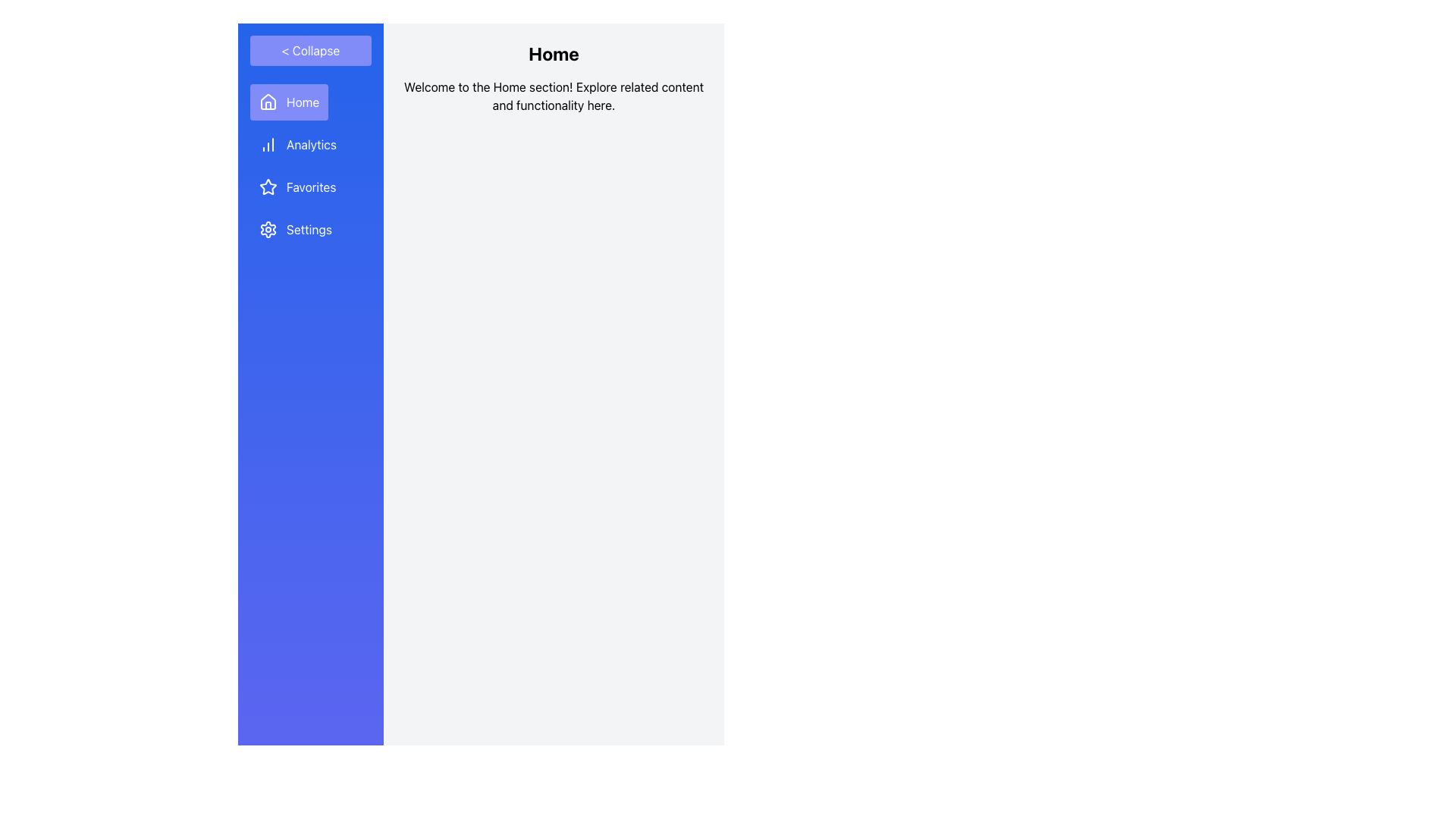 This screenshot has height=819, width=1456. I want to click on the bar chart icon located in the 'Analytics' section of the vertical navigation bar, which is styled with a white vector appearance against a blue background, so click(268, 145).